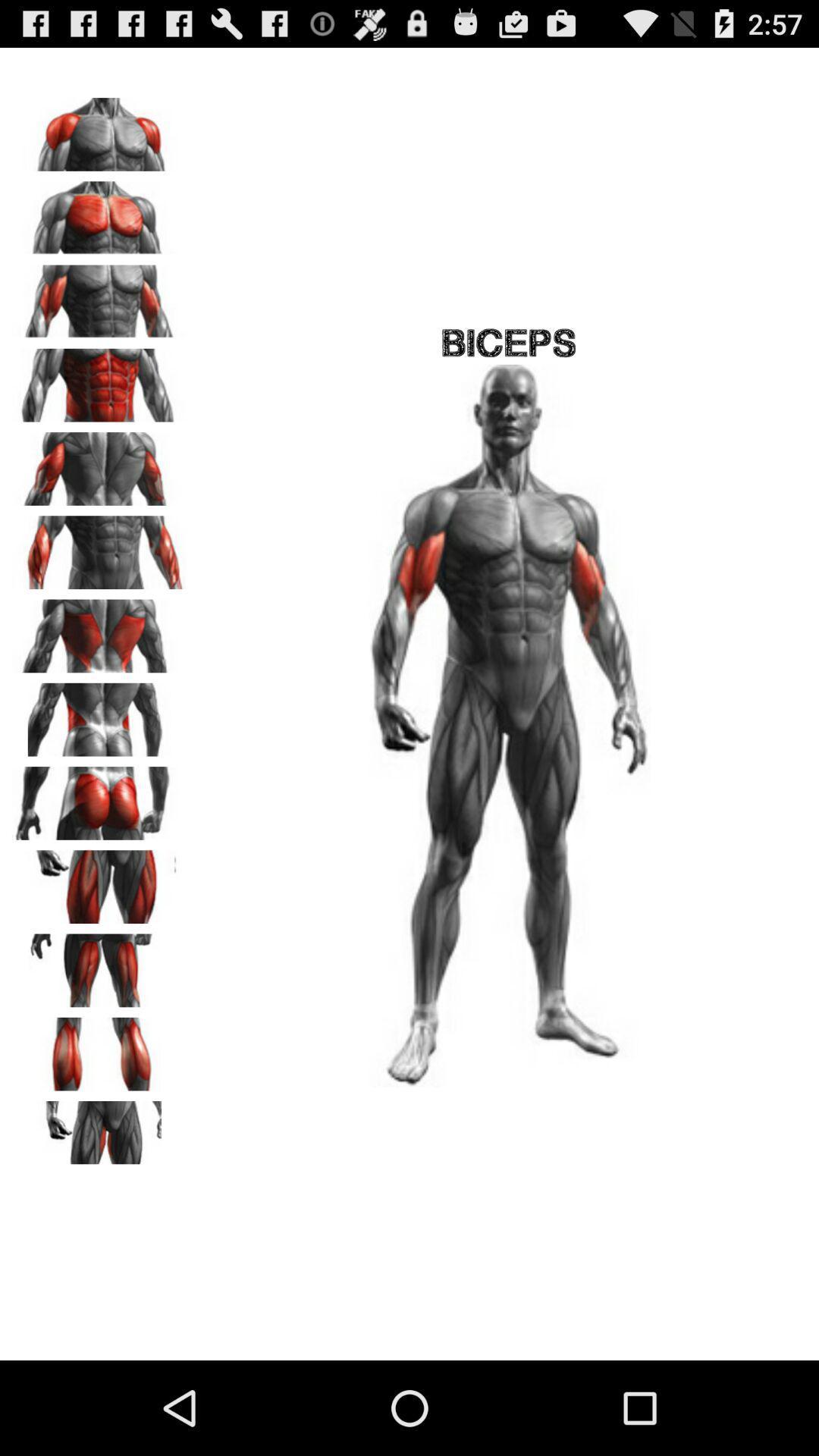  What do you see at coordinates (99, 881) in the screenshot?
I see `leg` at bounding box center [99, 881].